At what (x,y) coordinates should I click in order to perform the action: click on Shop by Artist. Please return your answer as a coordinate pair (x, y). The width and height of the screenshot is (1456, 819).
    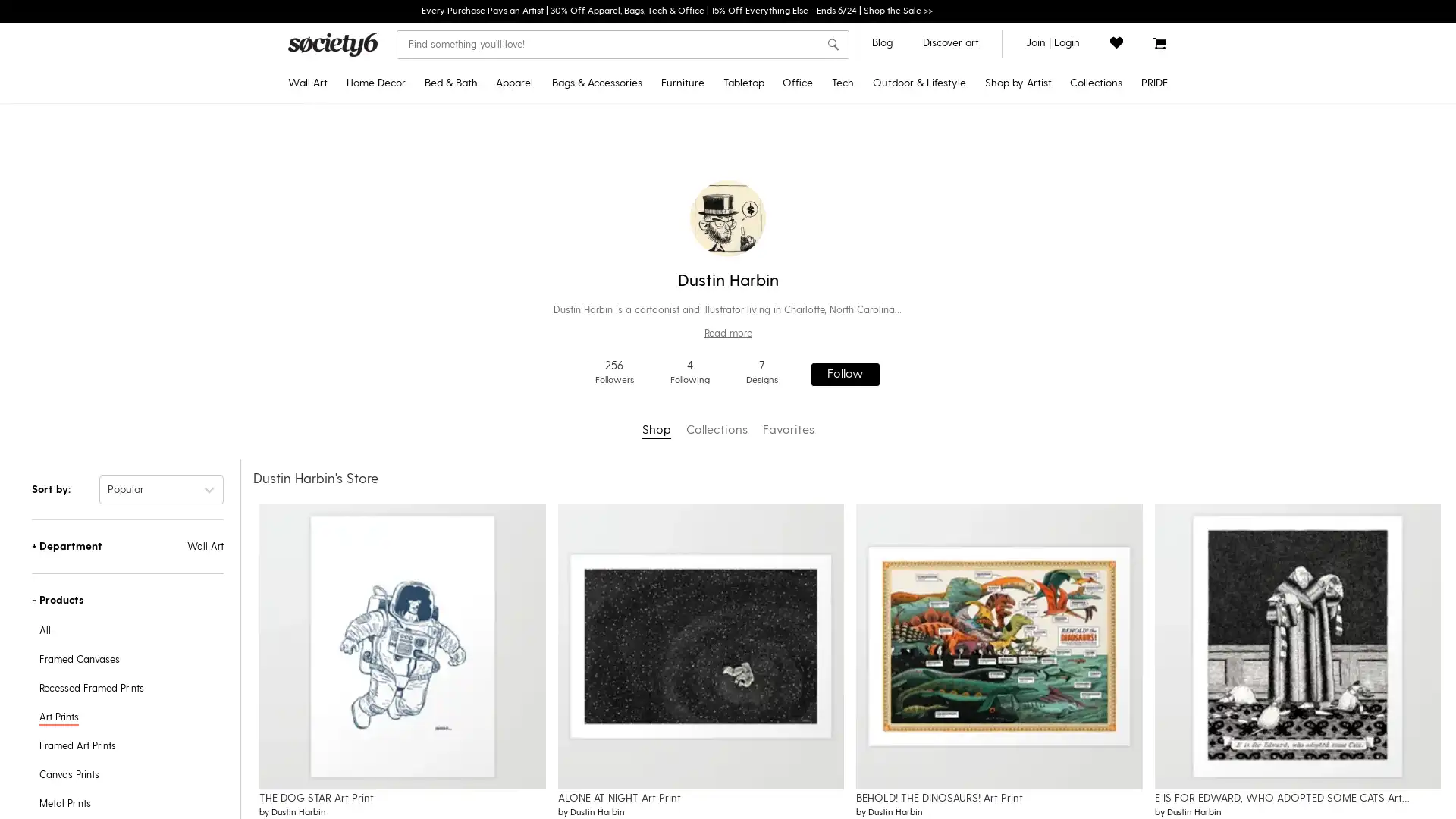
    Looking at the image, I should click on (977, 341).